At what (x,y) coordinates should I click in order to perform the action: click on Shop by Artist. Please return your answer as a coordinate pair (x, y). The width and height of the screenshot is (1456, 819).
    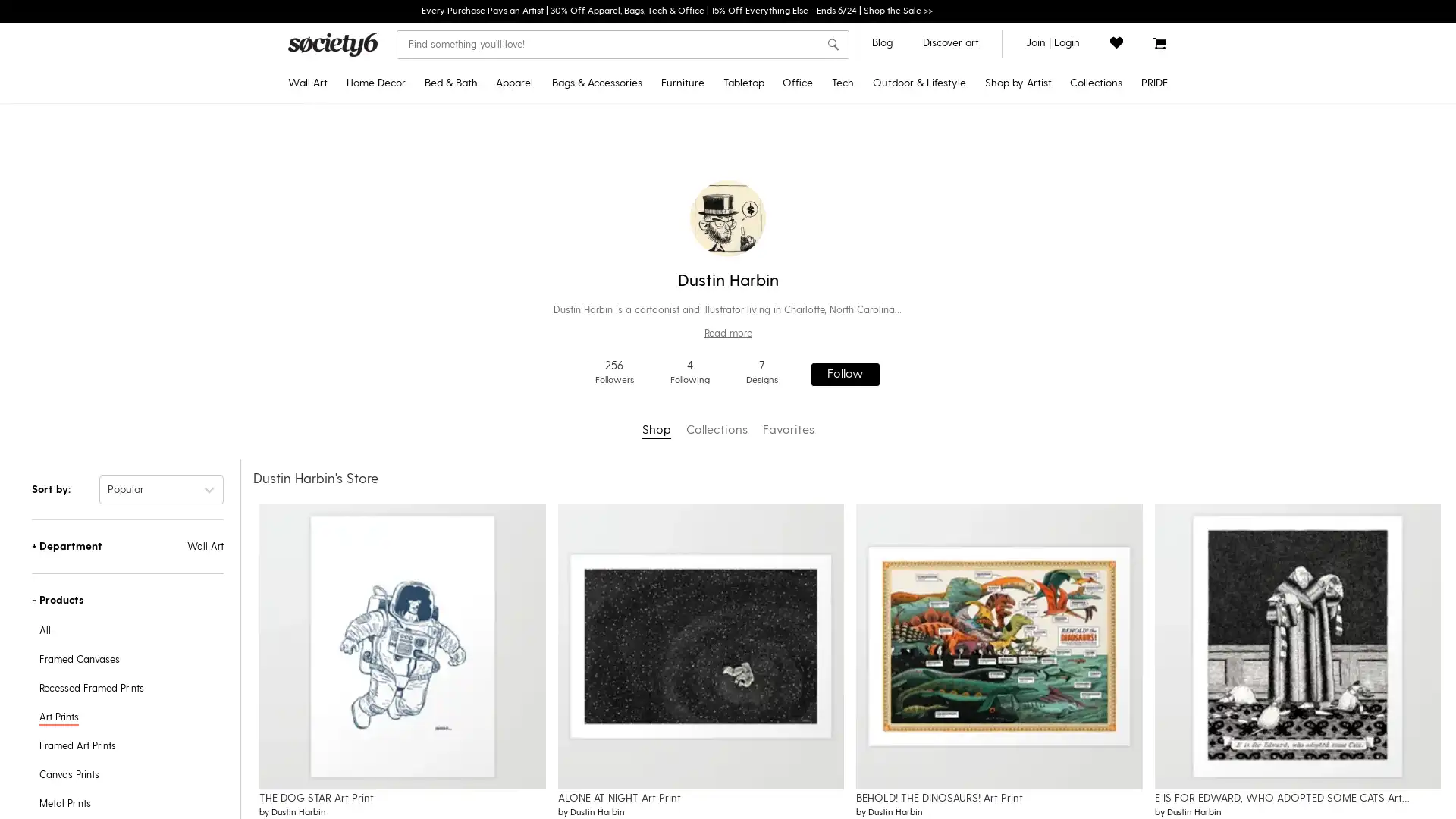
    Looking at the image, I should click on (977, 341).